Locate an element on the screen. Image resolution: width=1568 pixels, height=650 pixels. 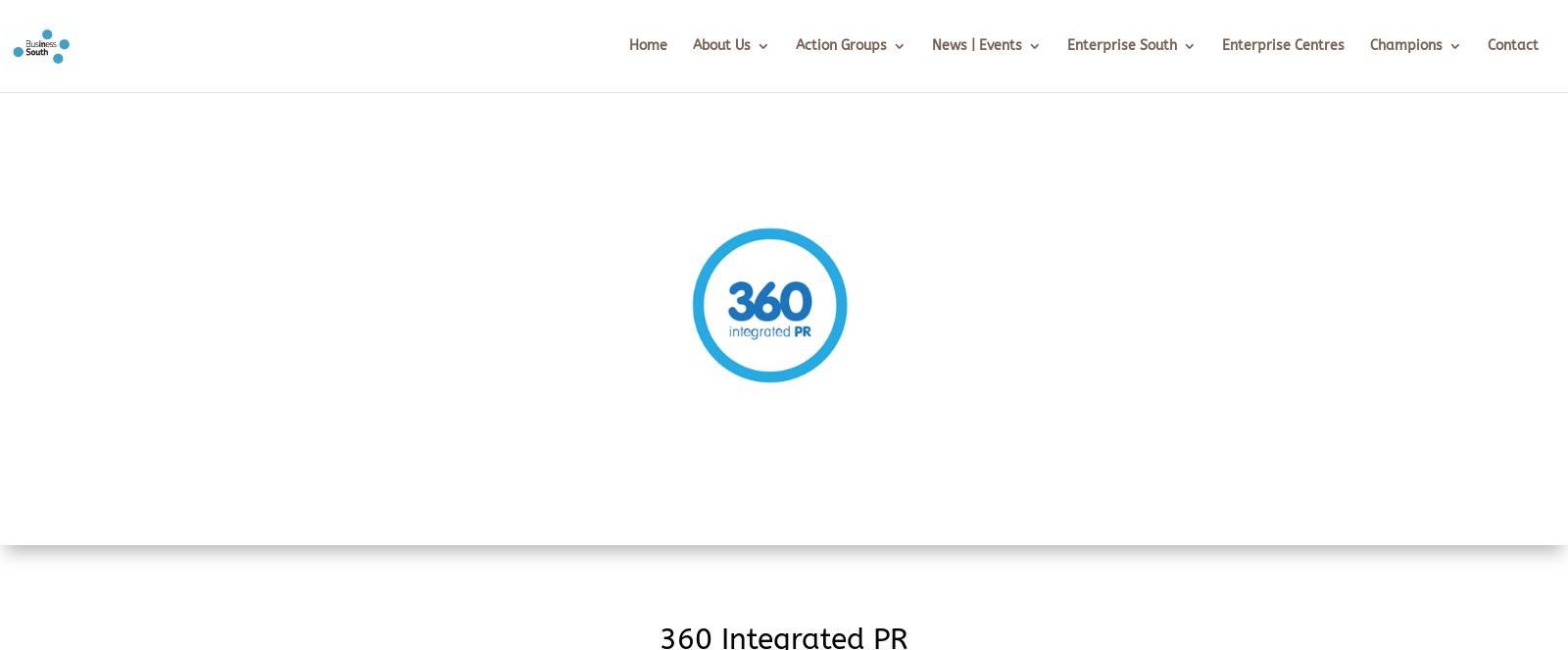
'Enterprise South' is located at coordinates (1121, 44).